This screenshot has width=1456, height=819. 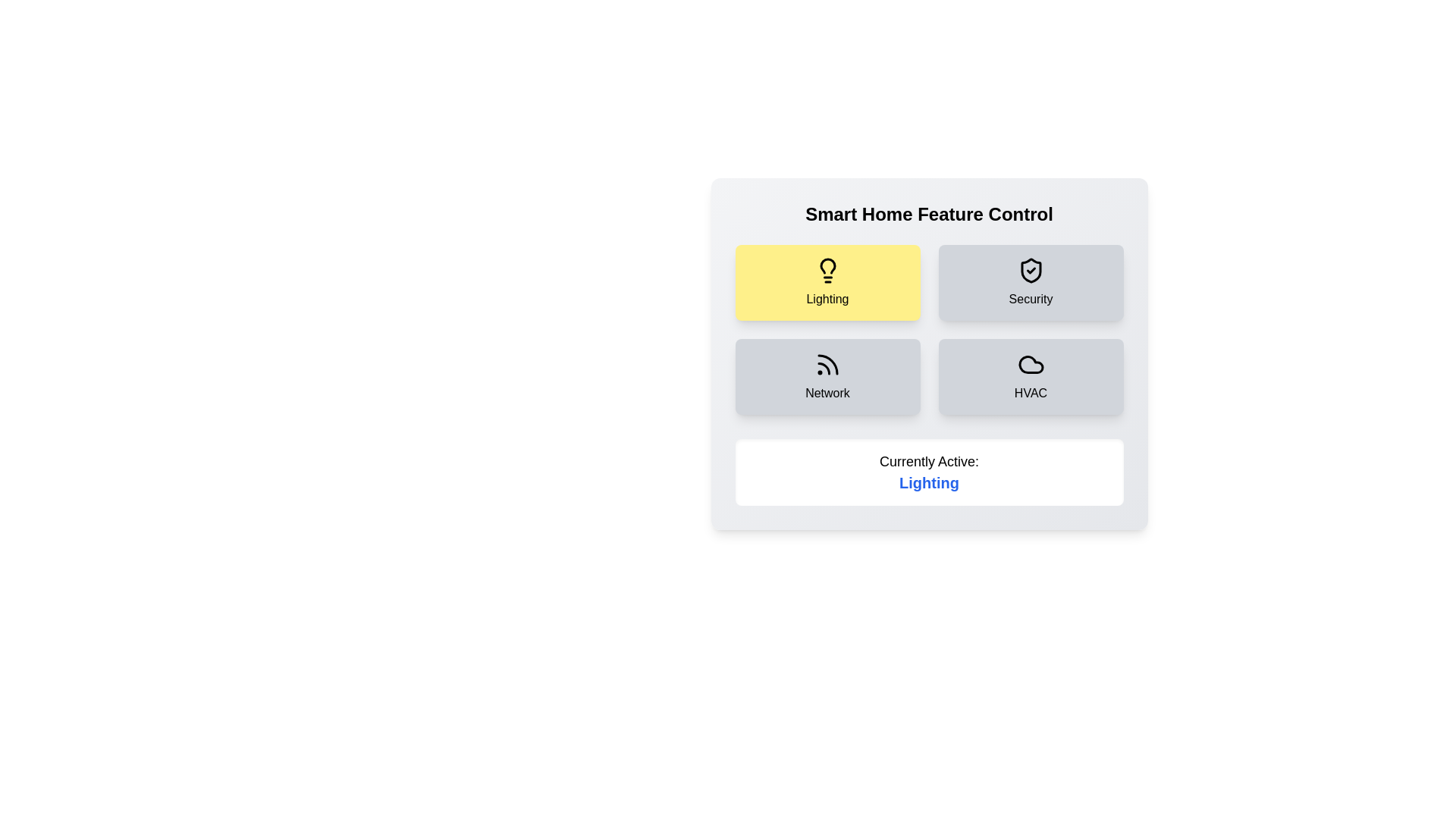 What do you see at coordinates (827, 283) in the screenshot?
I see `the Lighting button to interact with the component layout` at bounding box center [827, 283].